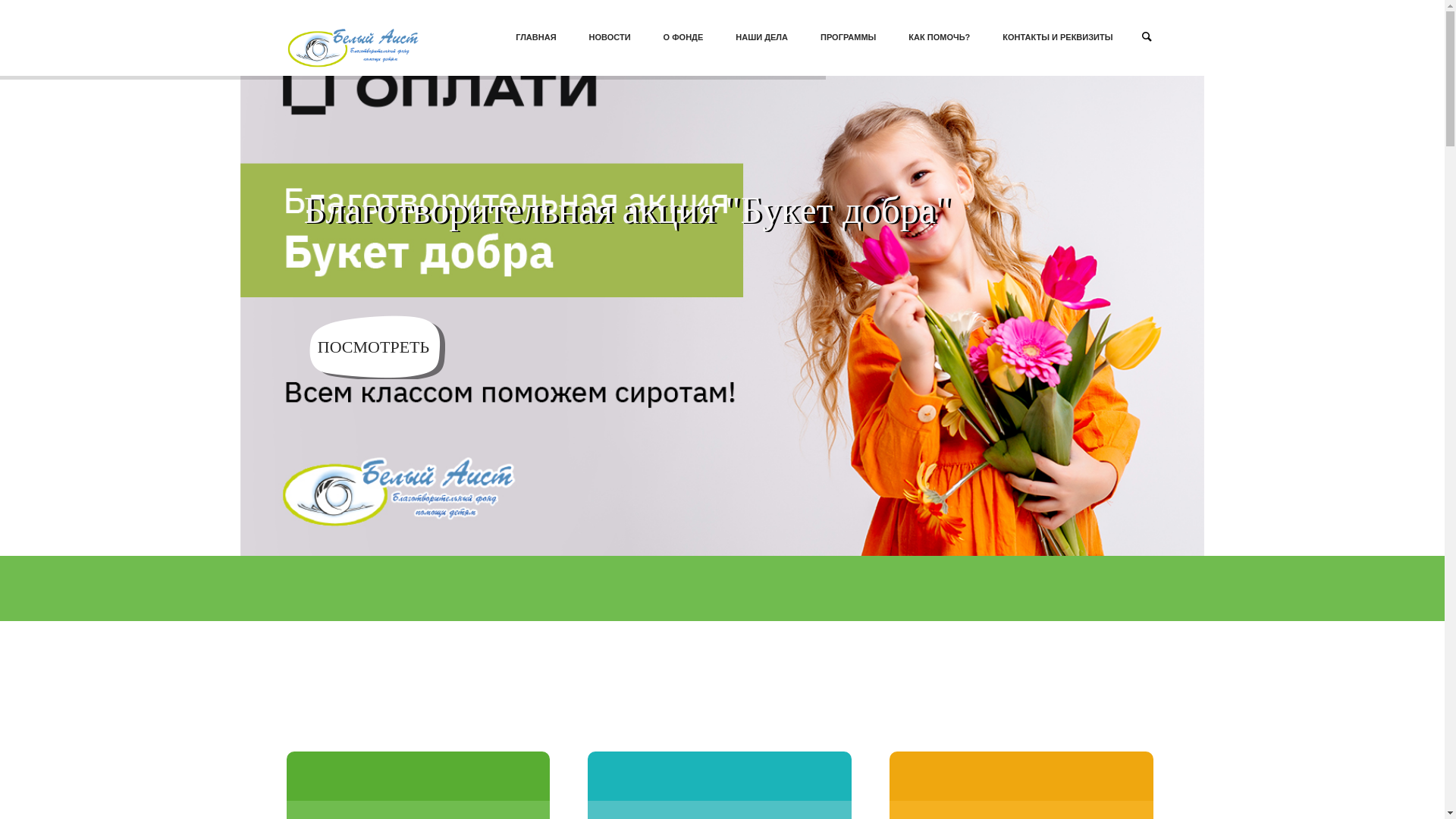  What do you see at coordinates (1147, 35) in the screenshot?
I see `'Open/close search form'` at bounding box center [1147, 35].